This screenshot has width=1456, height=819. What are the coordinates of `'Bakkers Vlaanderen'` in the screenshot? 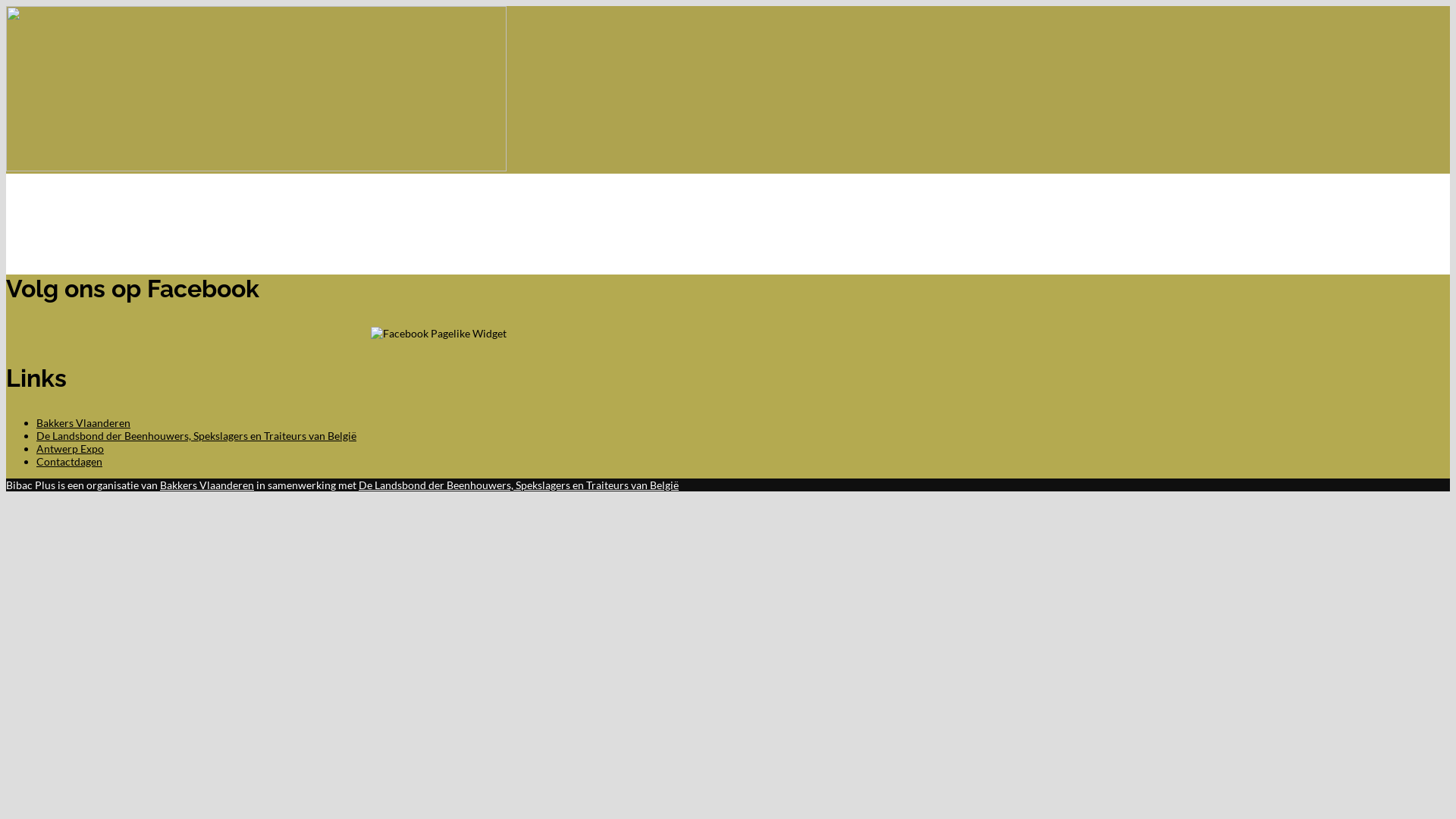 It's located at (160, 485).